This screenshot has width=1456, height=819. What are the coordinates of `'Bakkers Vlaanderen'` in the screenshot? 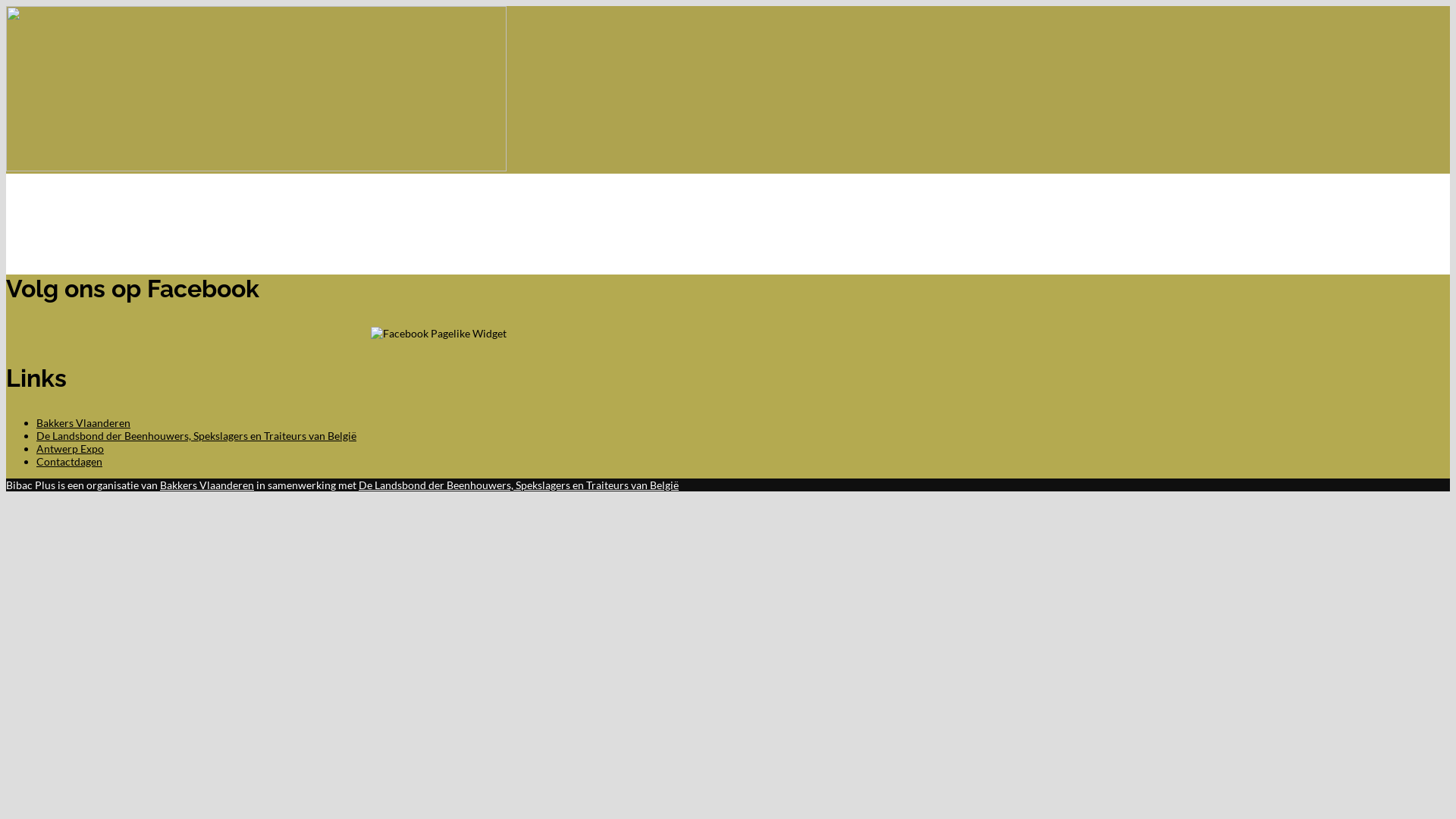 It's located at (160, 485).